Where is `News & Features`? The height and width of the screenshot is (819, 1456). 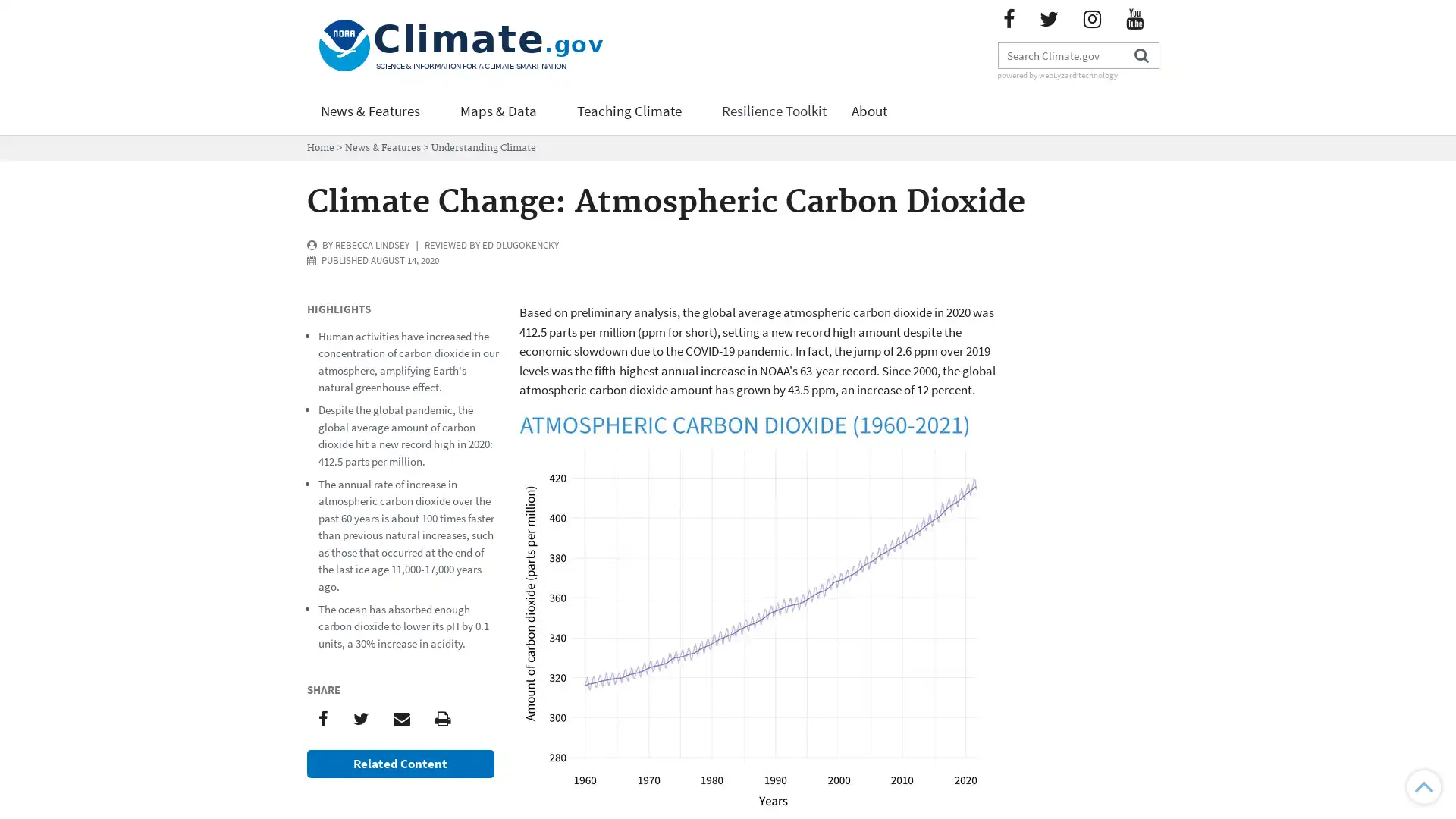
News & Features is located at coordinates (378, 111).